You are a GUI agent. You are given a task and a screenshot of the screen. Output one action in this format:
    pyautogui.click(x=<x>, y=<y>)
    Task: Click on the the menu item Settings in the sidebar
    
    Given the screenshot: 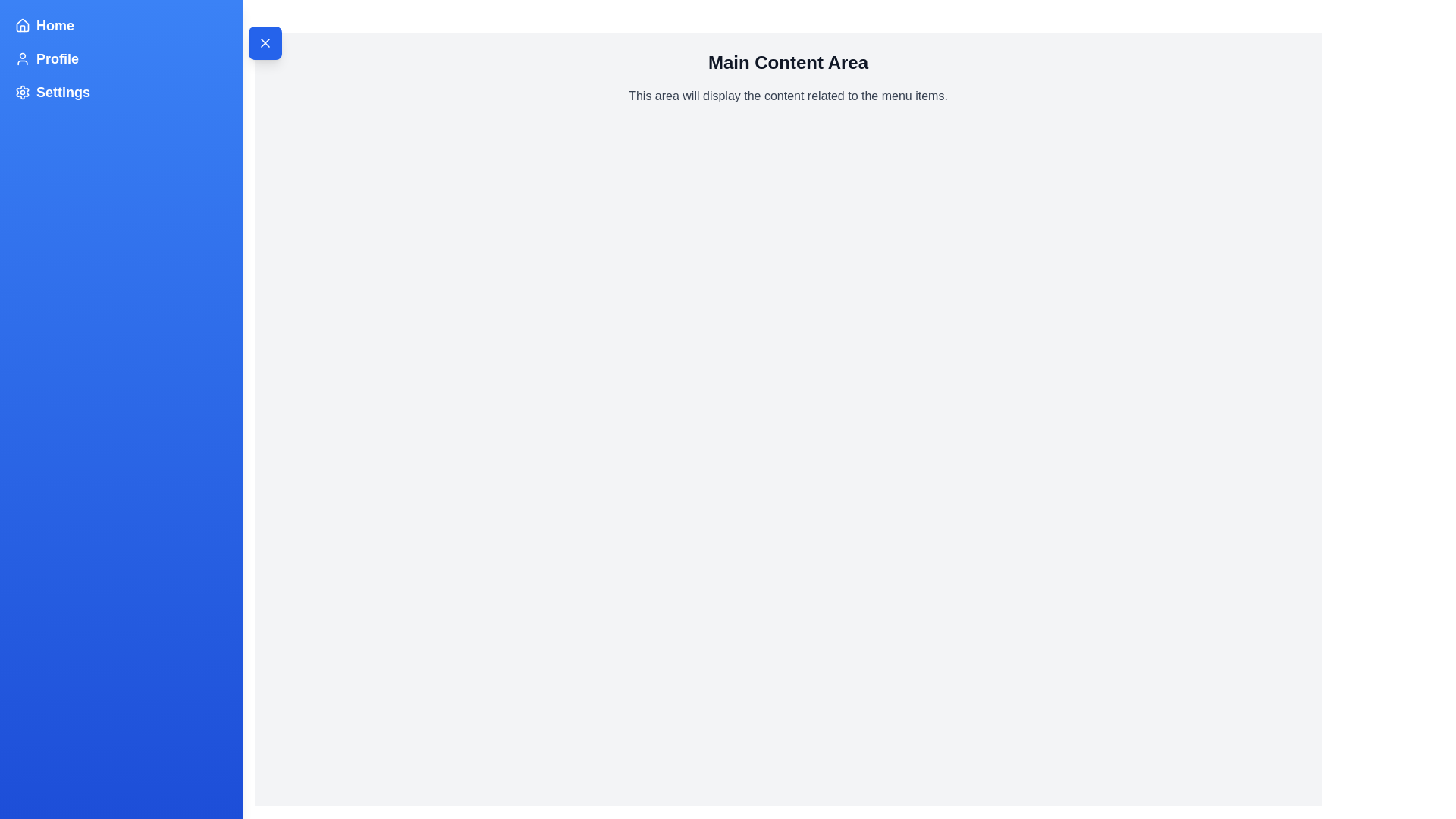 What is the action you would take?
    pyautogui.click(x=120, y=93)
    